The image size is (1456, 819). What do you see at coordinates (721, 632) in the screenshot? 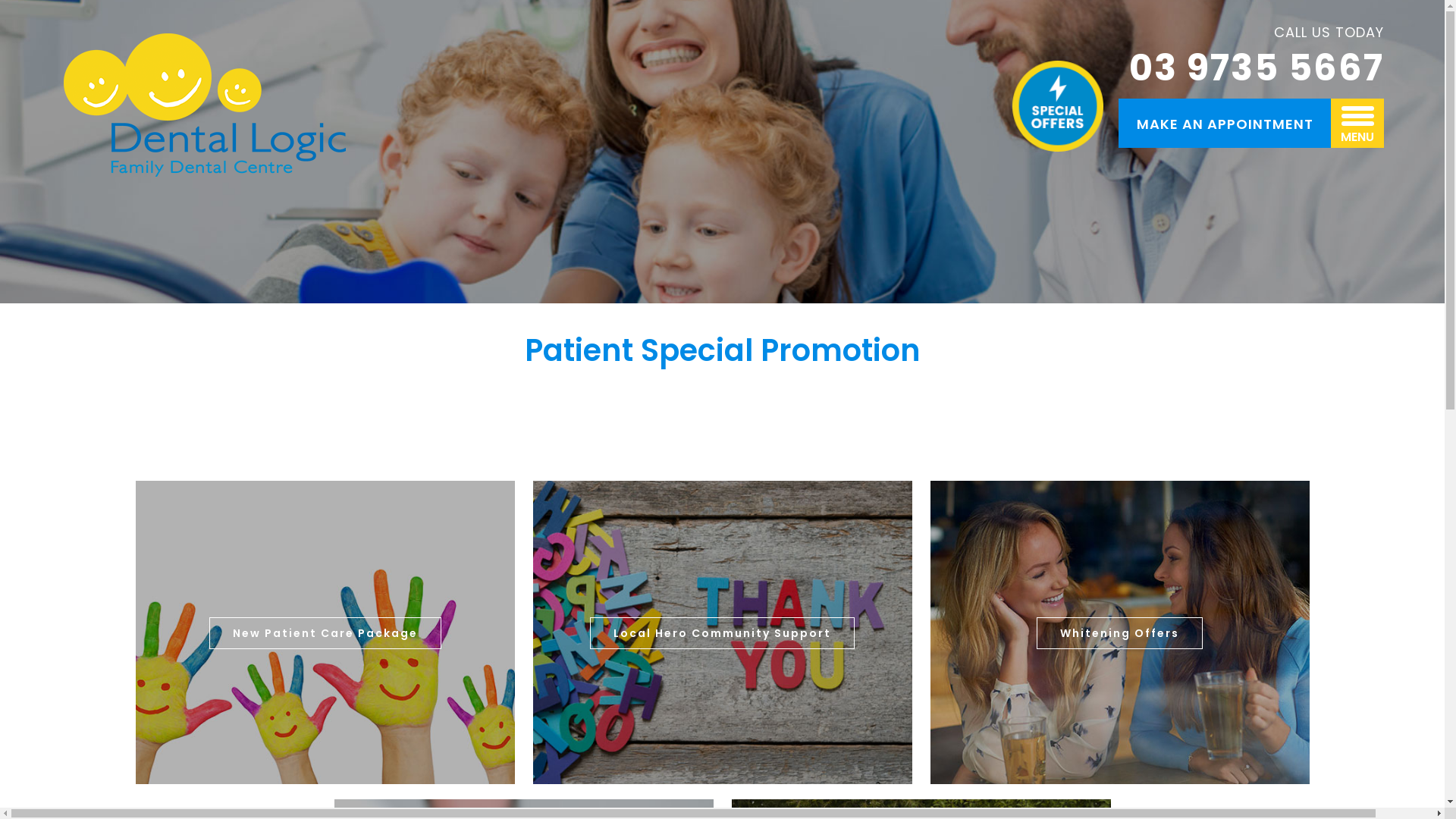
I see `'Local Hero Community Support'` at bounding box center [721, 632].